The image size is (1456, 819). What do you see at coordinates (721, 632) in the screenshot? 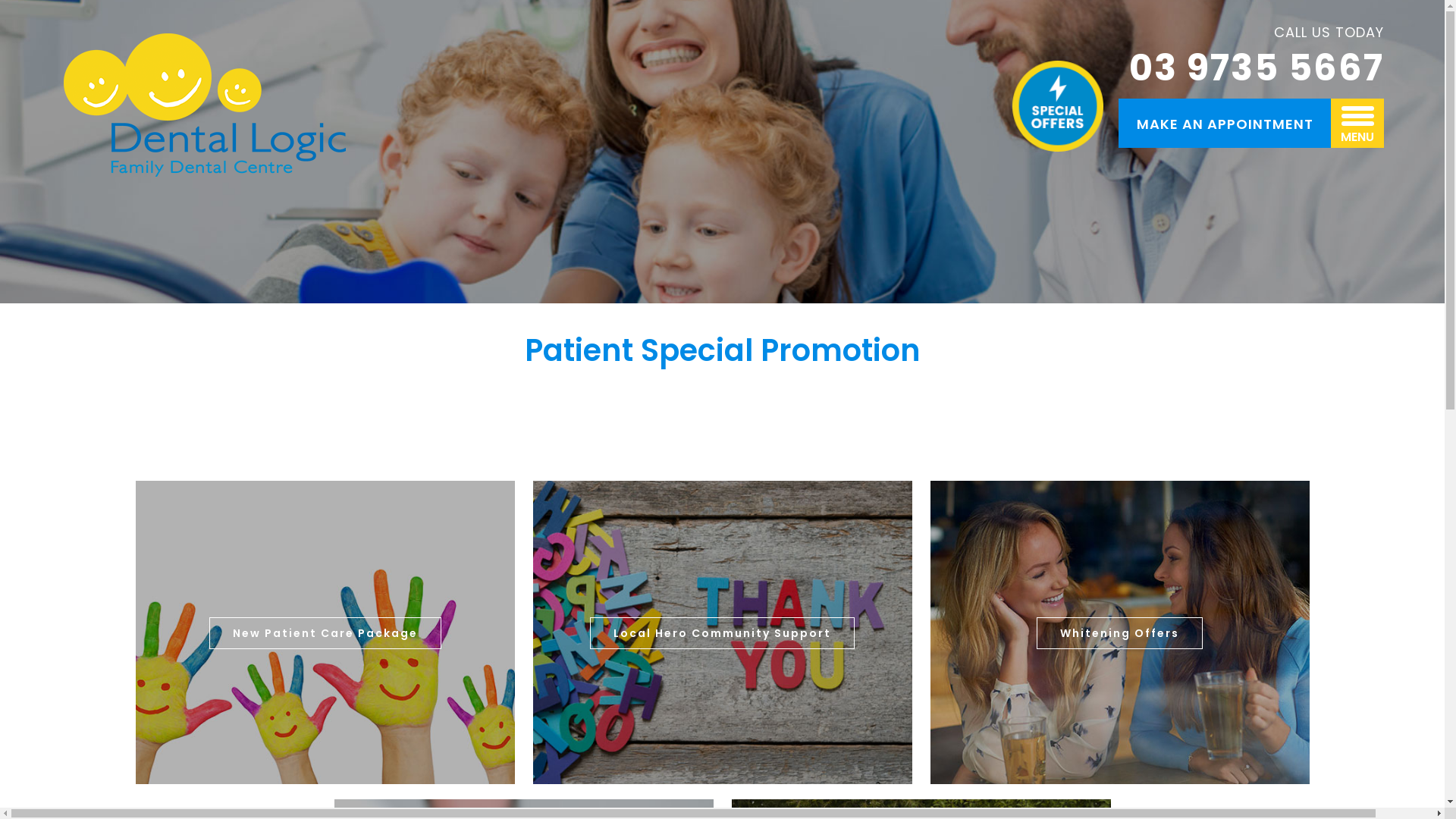
I see `'Local Hero Community Support'` at bounding box center [721, 632].